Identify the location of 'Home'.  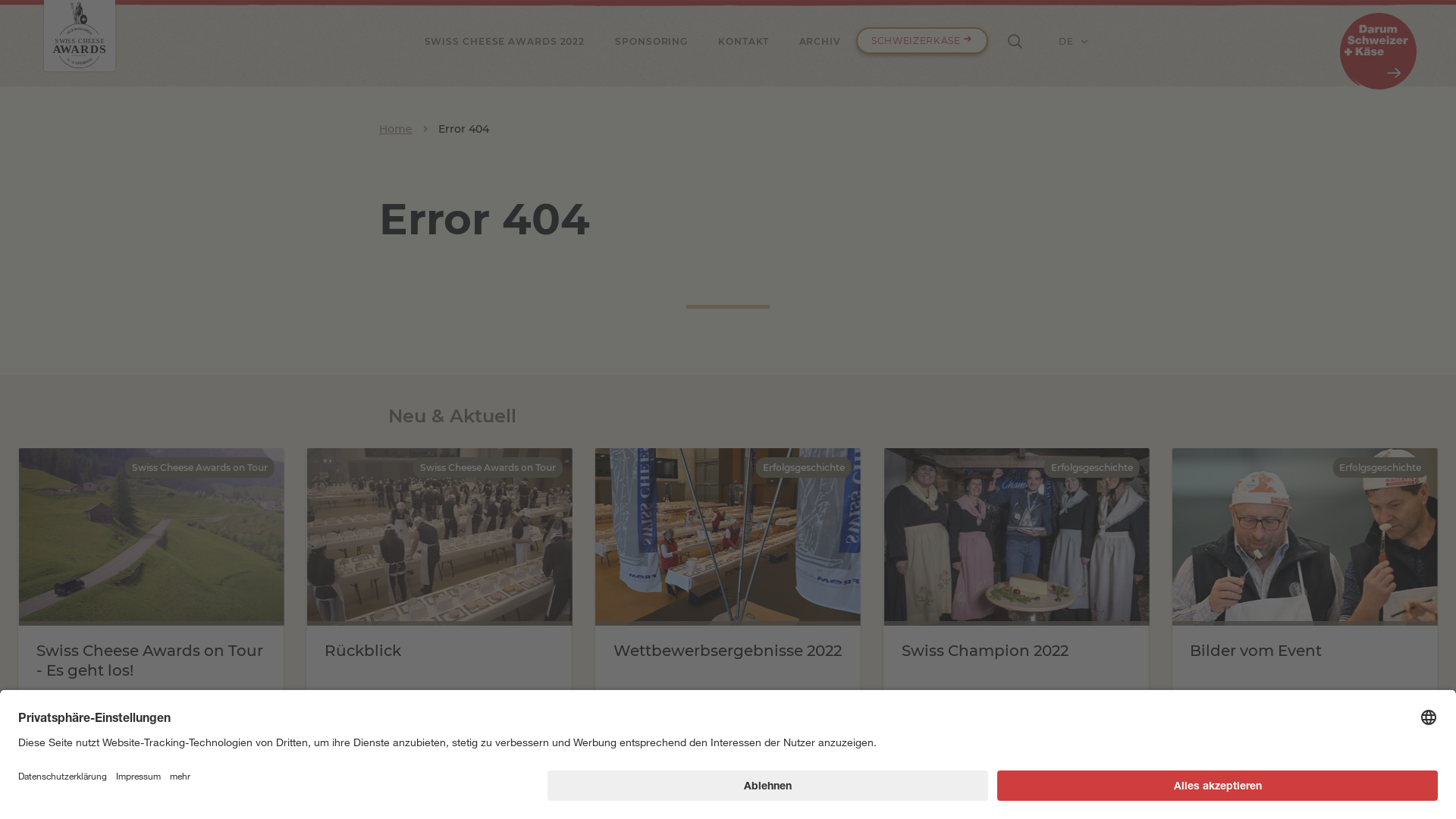
(378, 127).